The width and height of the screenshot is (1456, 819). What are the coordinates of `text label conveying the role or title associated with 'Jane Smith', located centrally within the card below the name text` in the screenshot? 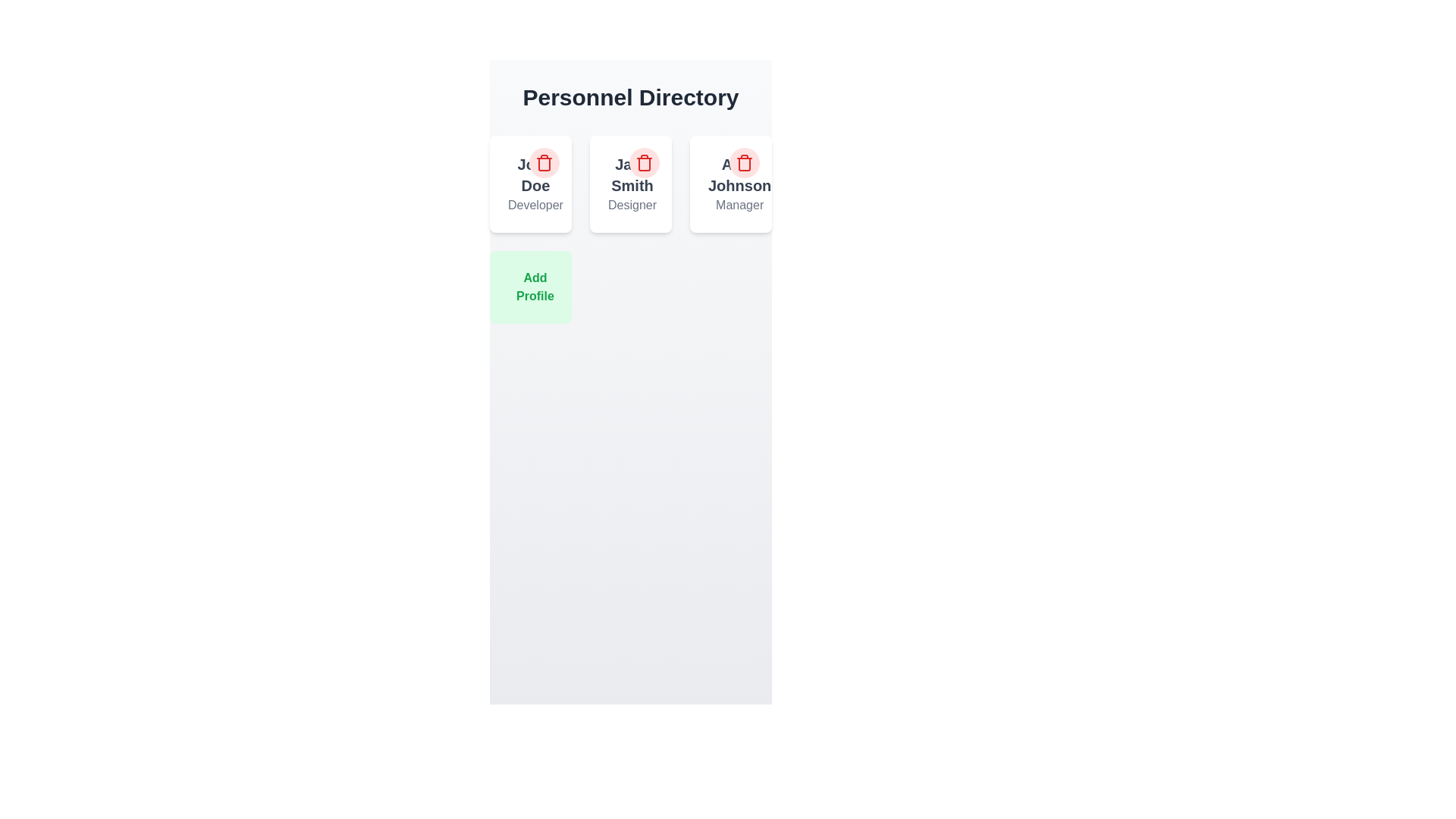 It's located at (632, 205).